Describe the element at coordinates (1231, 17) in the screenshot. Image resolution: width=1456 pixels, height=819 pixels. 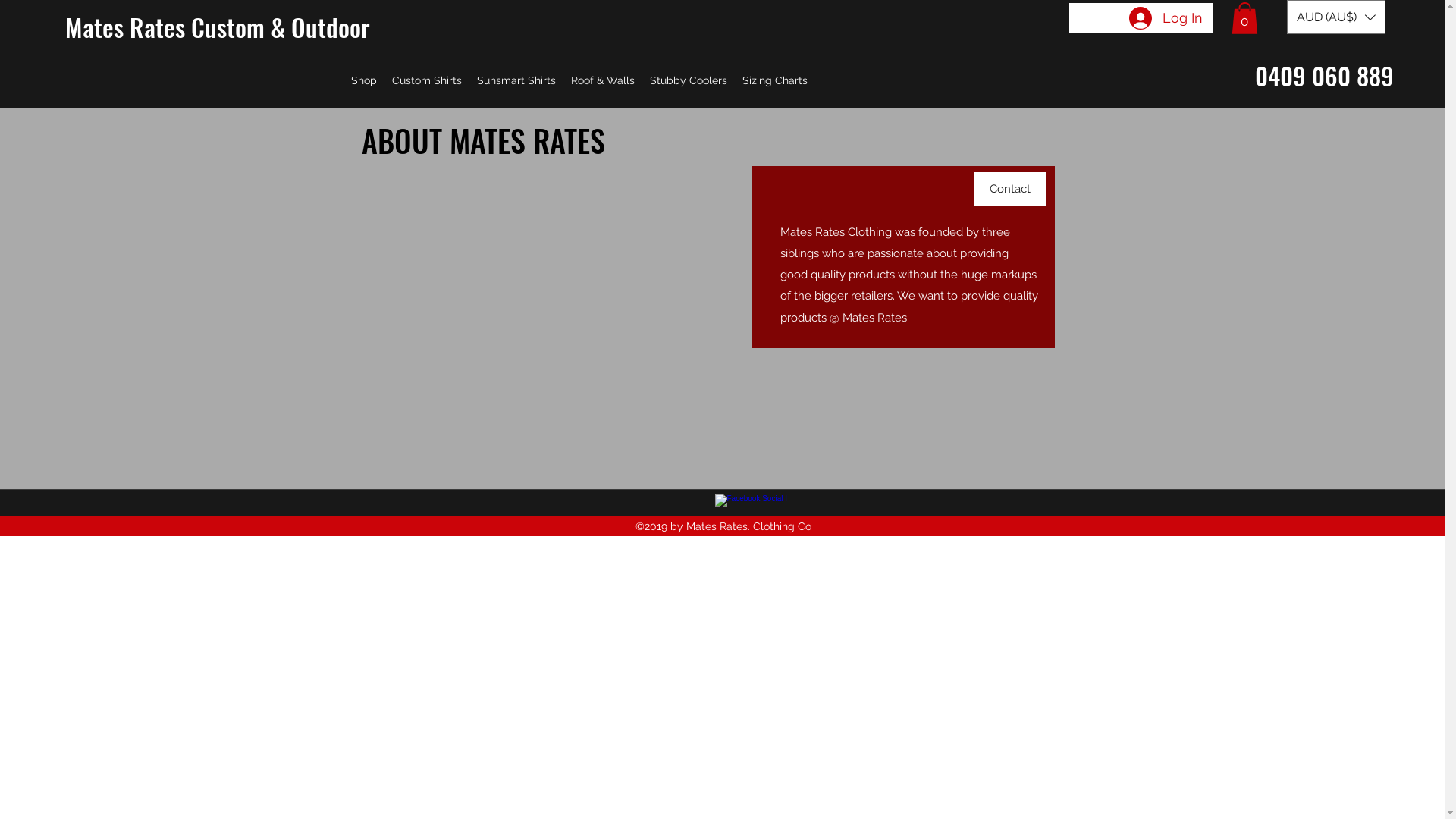
I see `'0'` at that location.